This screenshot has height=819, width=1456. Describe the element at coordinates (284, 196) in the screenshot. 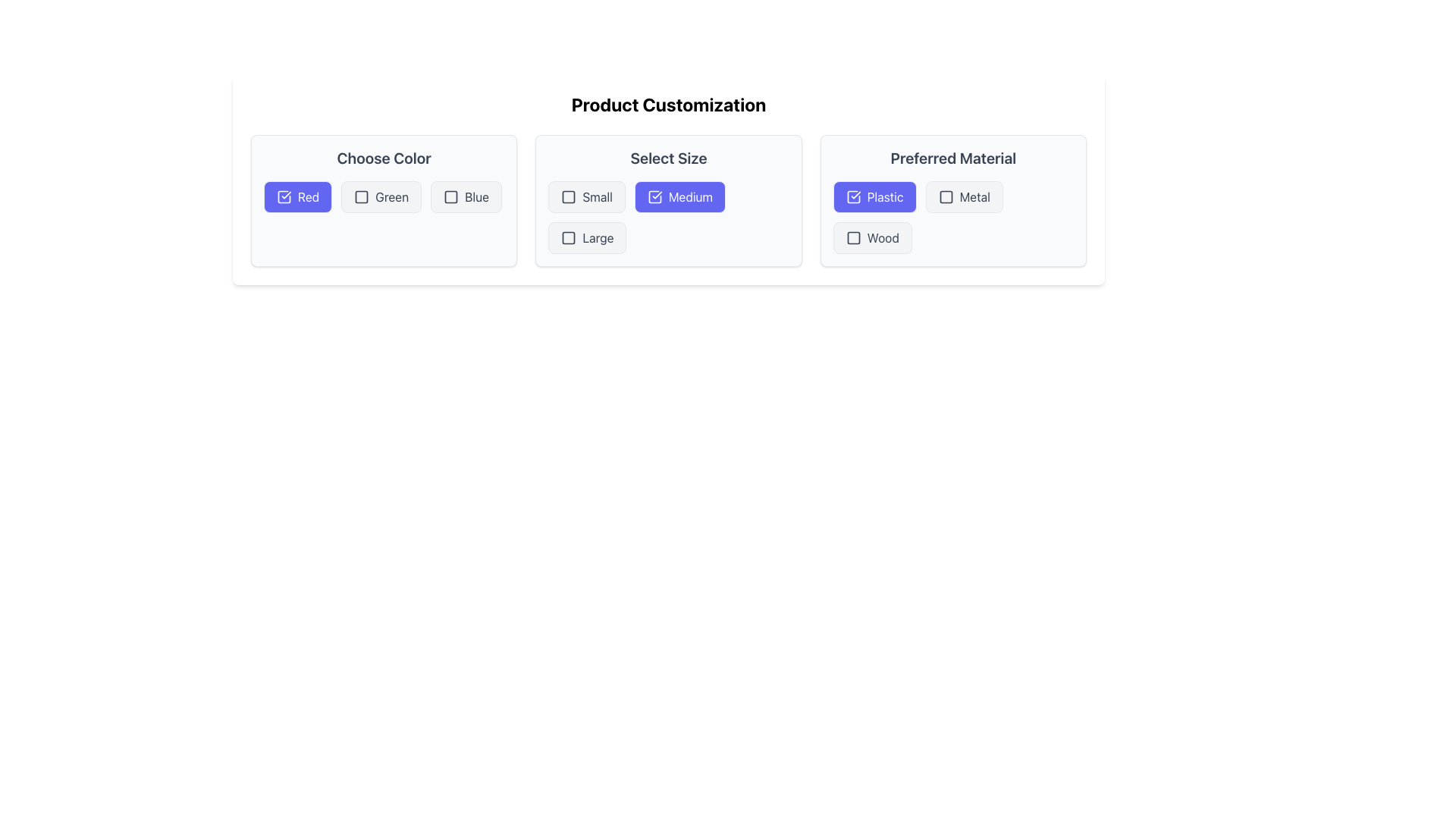

I see `the Checkbox icon that indicates the 'Red' color option is selected` at that location.